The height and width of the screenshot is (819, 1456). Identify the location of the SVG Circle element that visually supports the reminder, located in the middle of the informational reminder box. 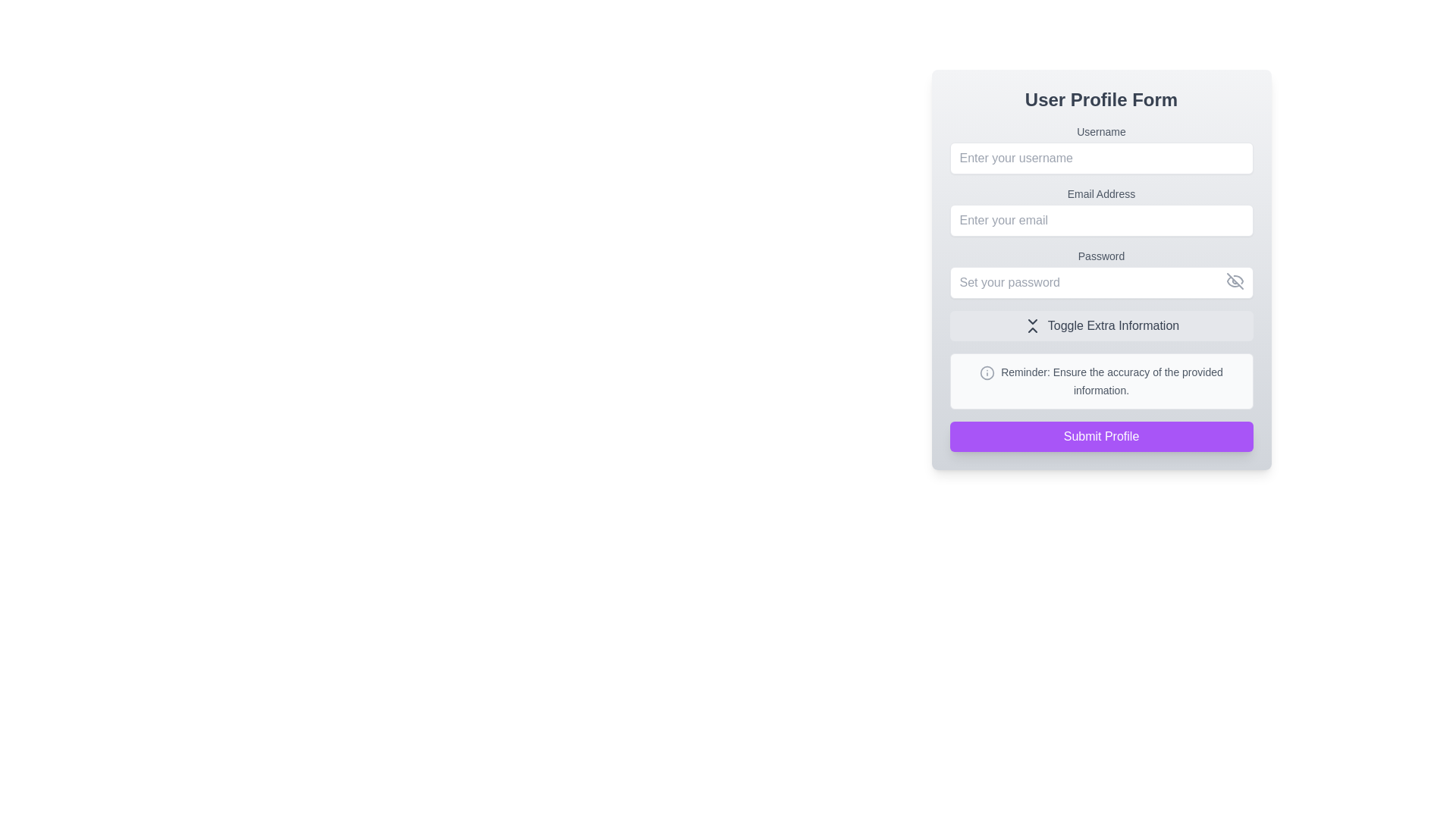
(987, 372).